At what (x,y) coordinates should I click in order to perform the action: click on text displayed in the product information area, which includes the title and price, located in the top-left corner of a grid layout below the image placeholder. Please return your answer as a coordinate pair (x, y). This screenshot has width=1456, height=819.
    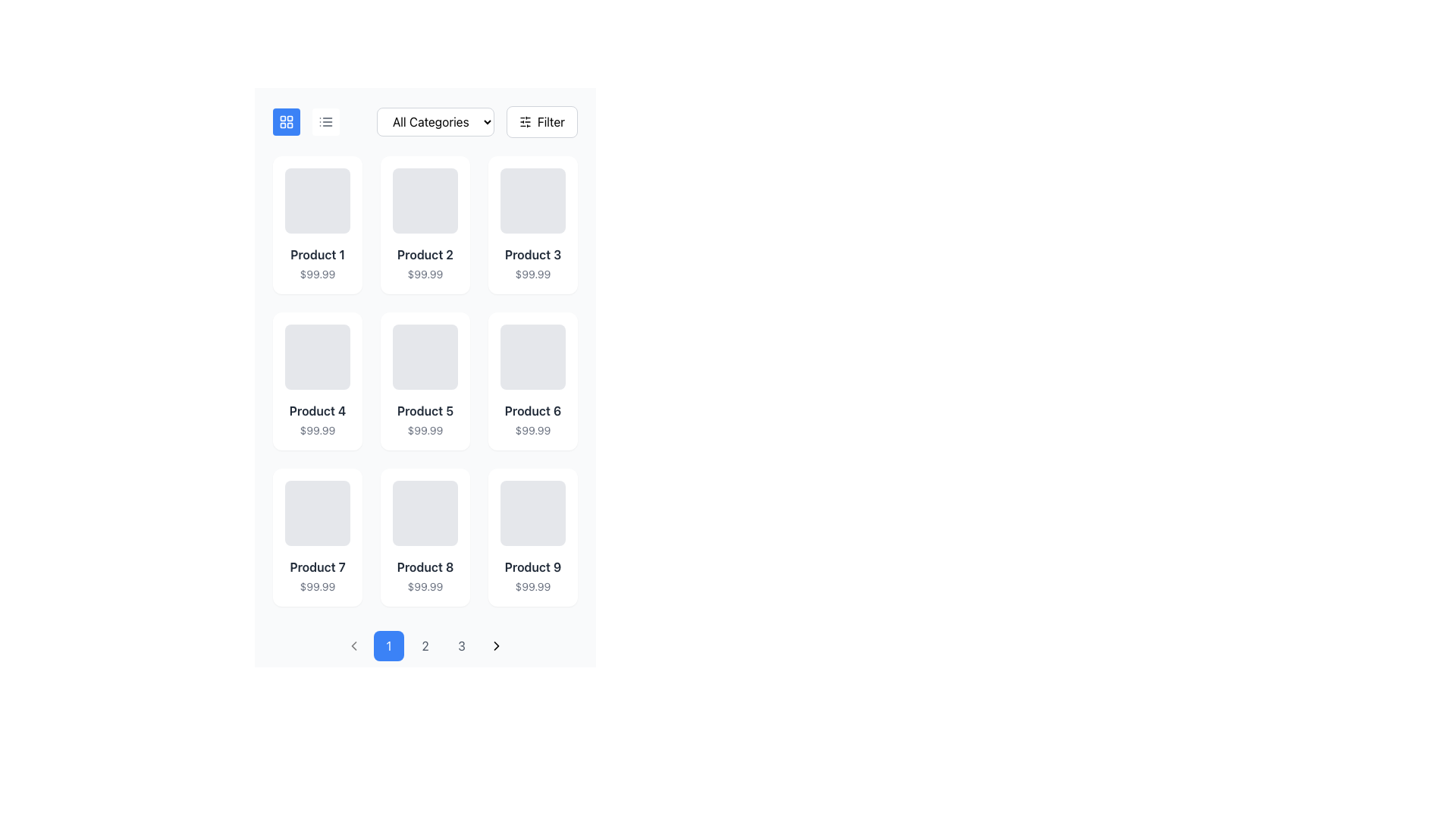
    Looking at the image, I should click on (316, 262).